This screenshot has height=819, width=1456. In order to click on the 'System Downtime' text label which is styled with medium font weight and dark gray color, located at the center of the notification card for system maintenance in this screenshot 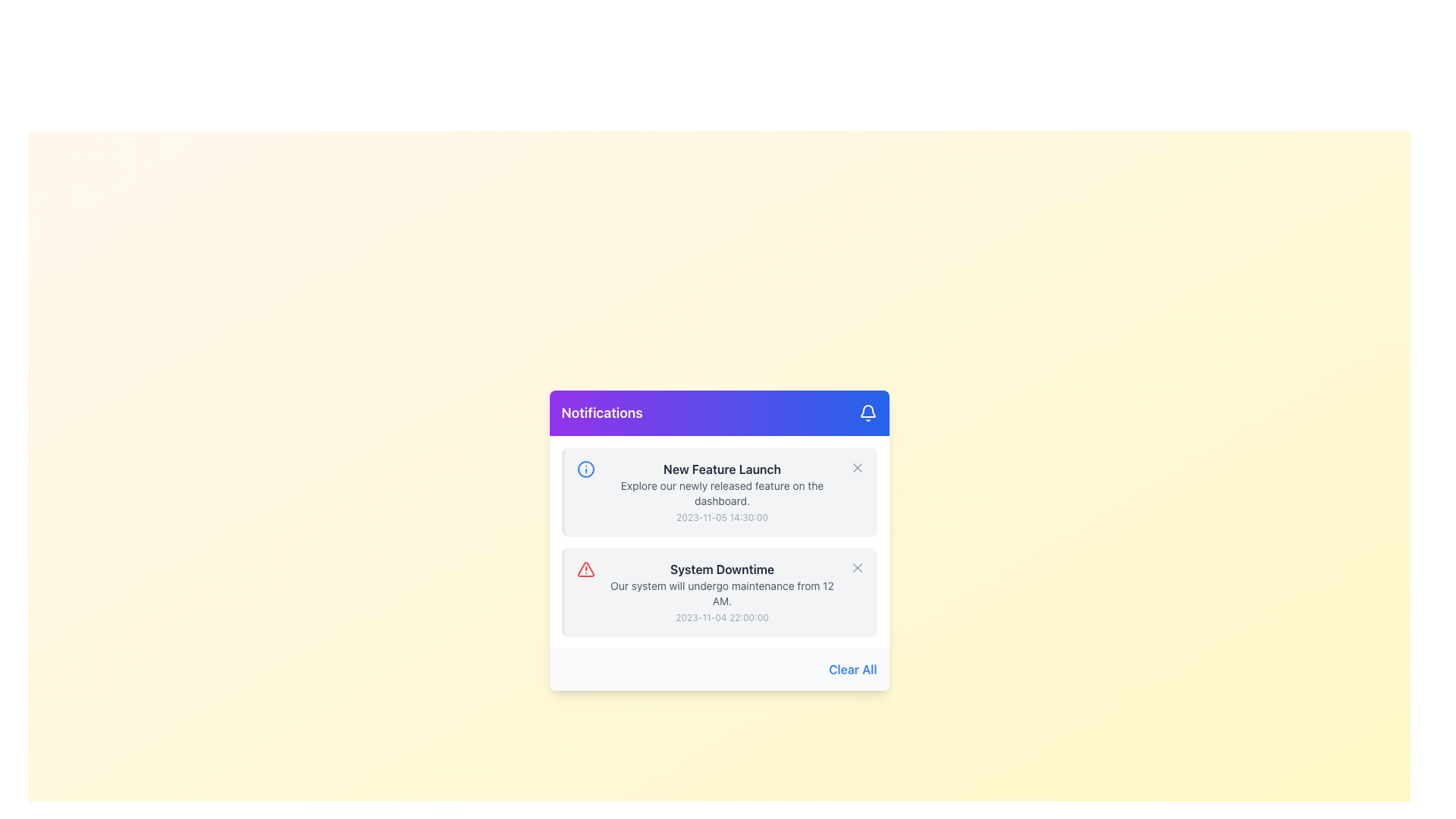, I will do `click(721, 570)`.